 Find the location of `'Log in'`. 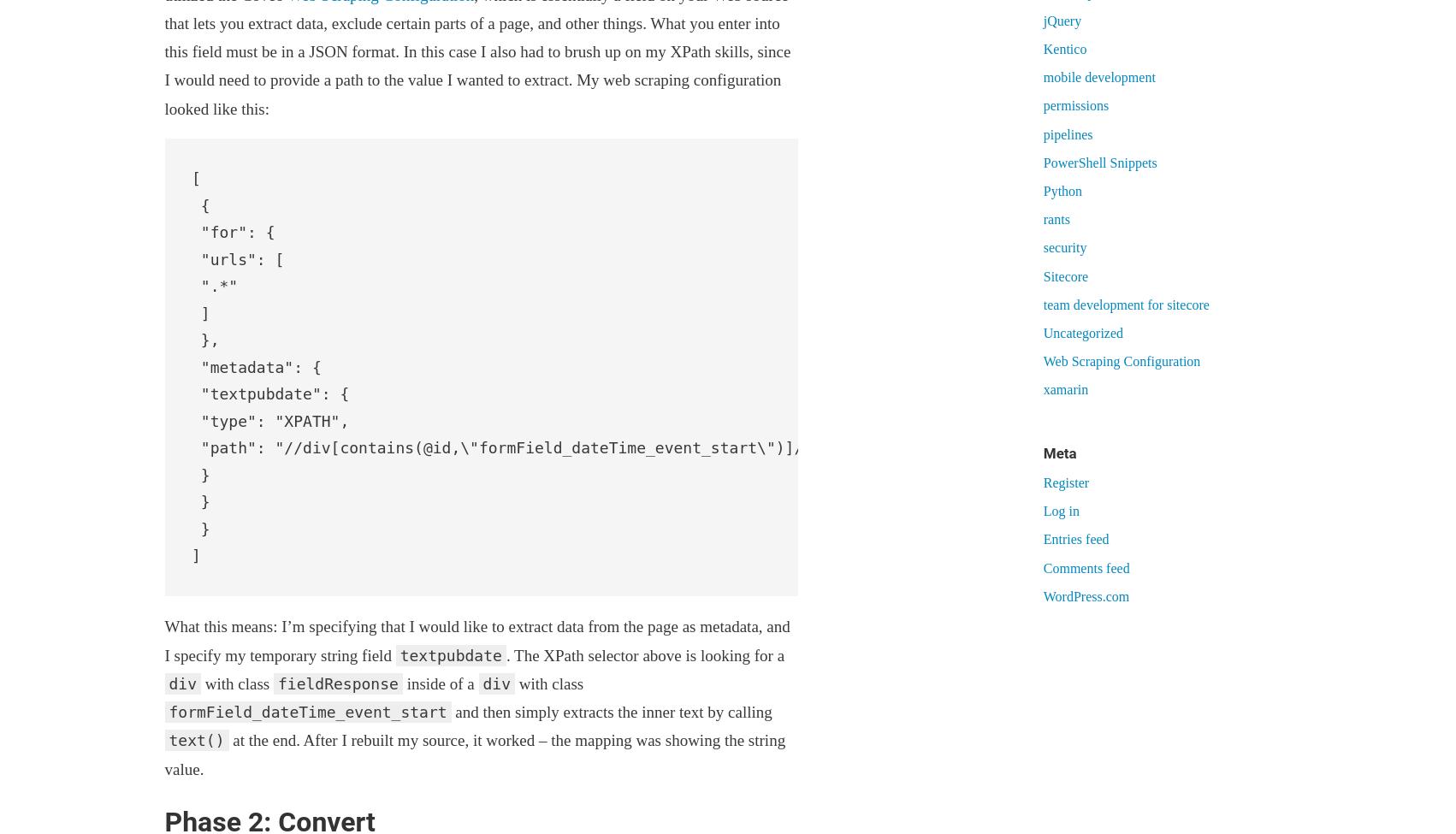

'Log in' is located at coordinates (1042, 511).